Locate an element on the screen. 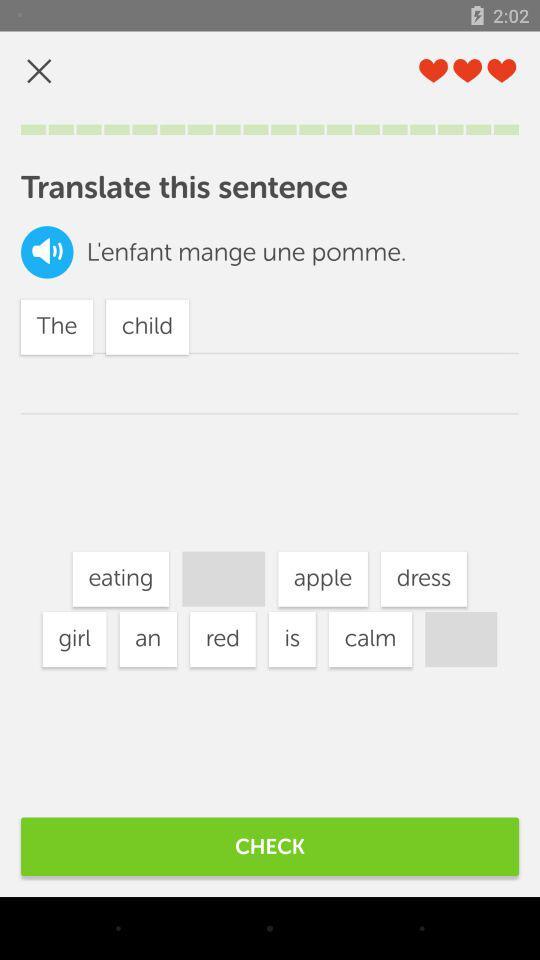  the close icon is located at coordinates (39, 71).